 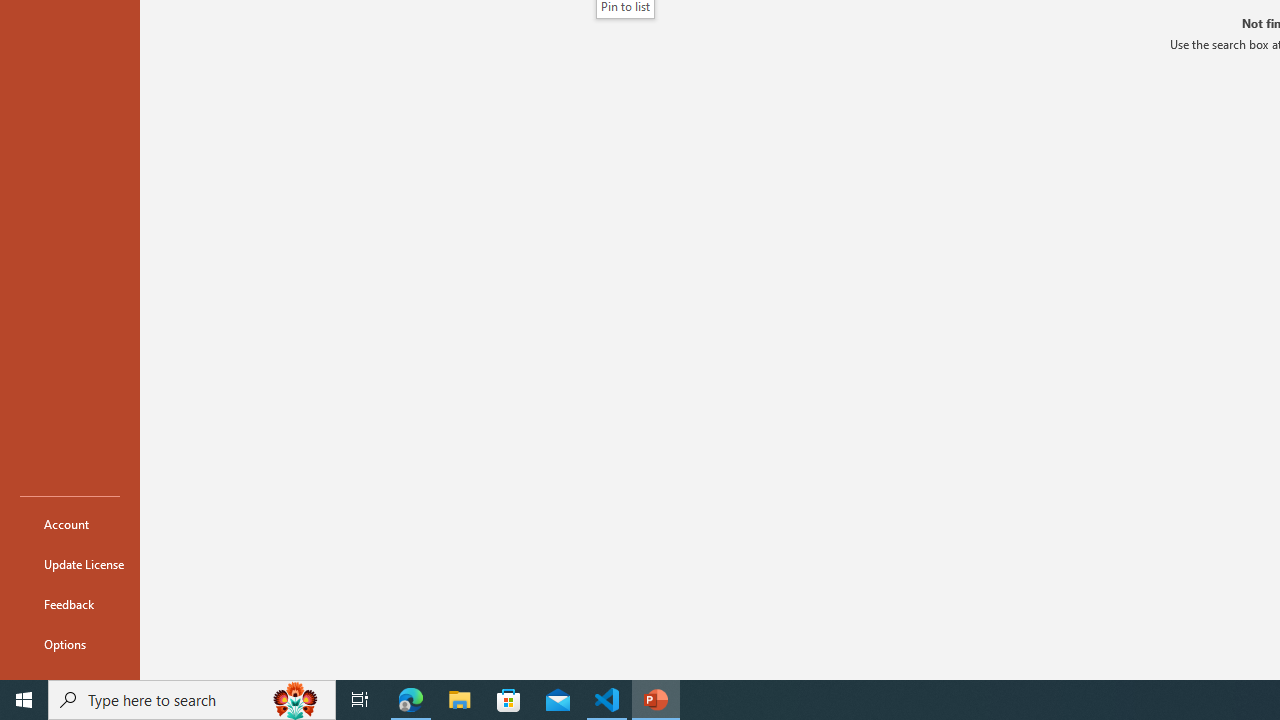 I want to click on 'Feedback', so click(x=69, y=603).